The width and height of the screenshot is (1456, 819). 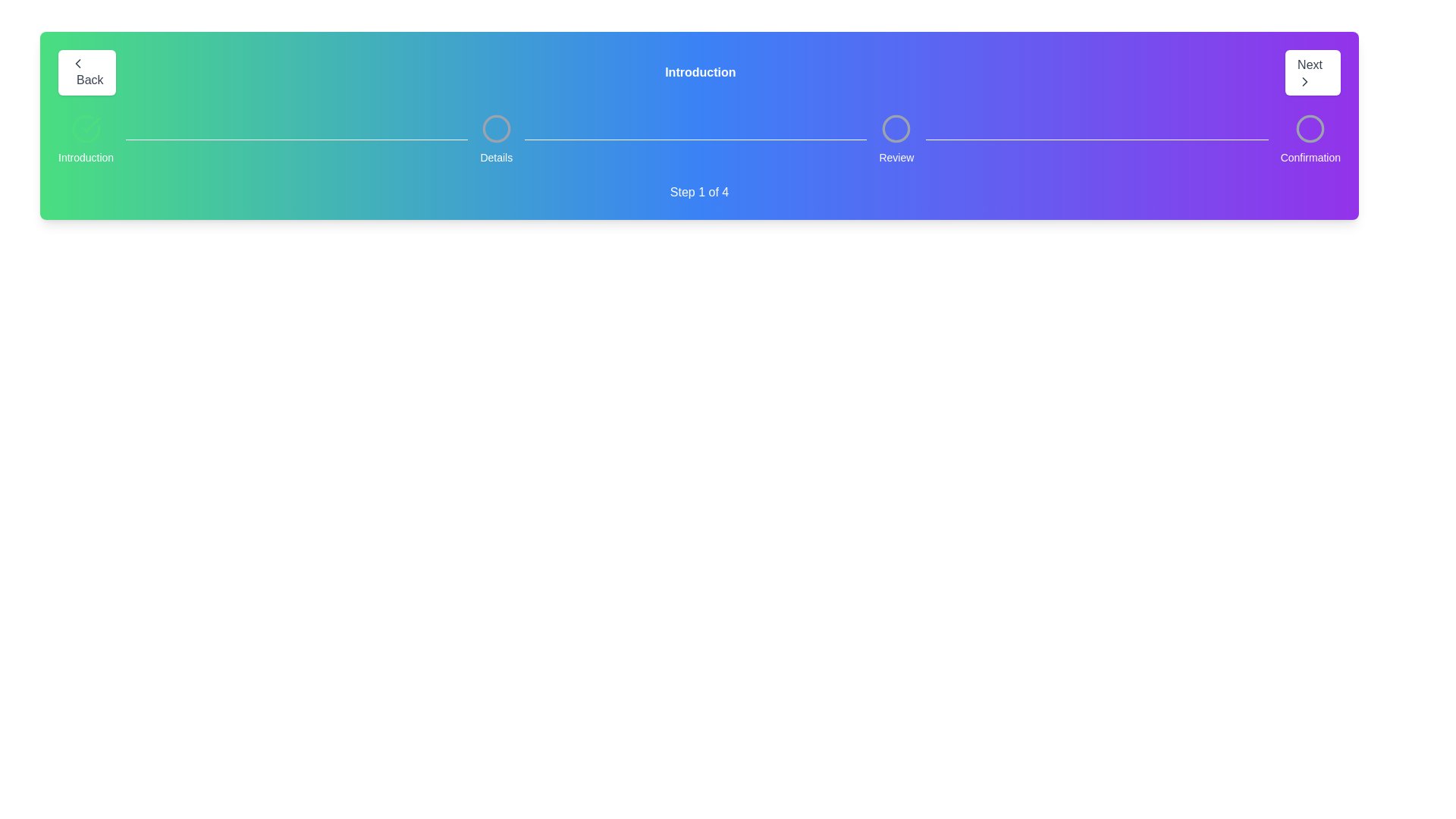 What do you see at coordinates (698, 73) in the screenshot?
I see `the central text label 'Introduction' which is bold and white, located in the header section between the 'Back' and 'Next' buttons` at bounding box center [698, 73].